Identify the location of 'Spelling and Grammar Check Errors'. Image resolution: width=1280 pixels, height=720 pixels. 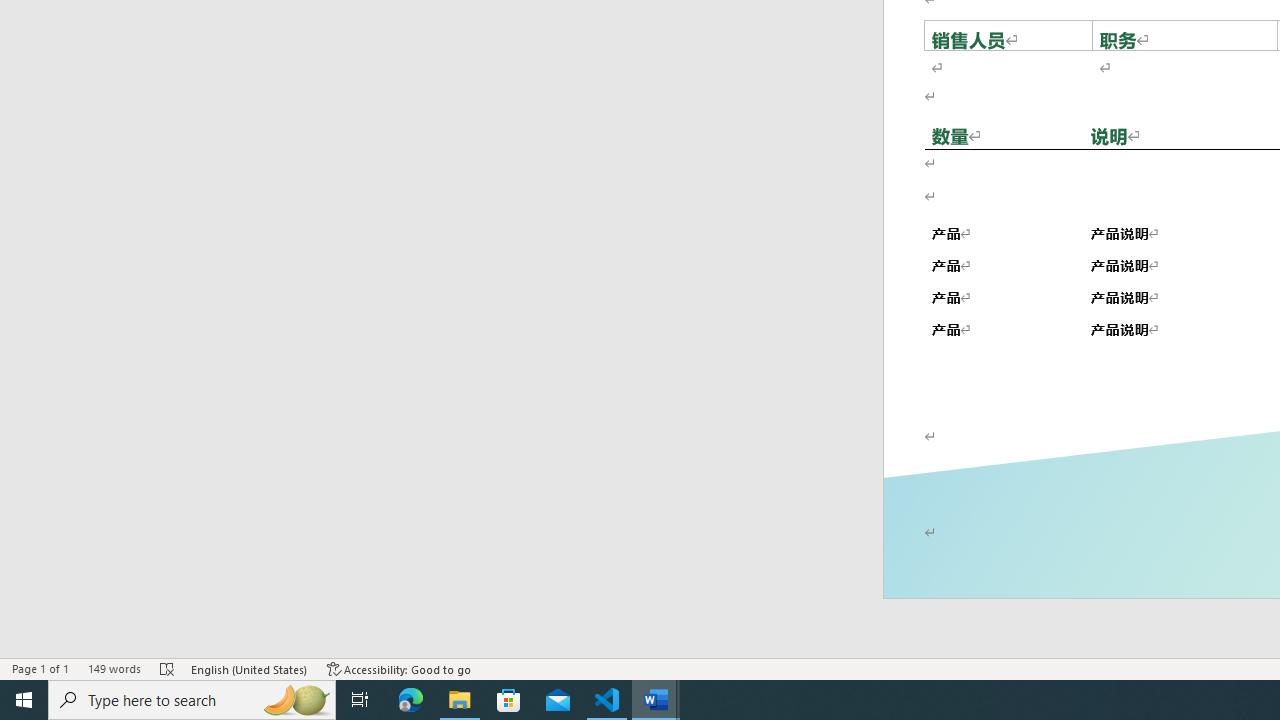
(168, 669).